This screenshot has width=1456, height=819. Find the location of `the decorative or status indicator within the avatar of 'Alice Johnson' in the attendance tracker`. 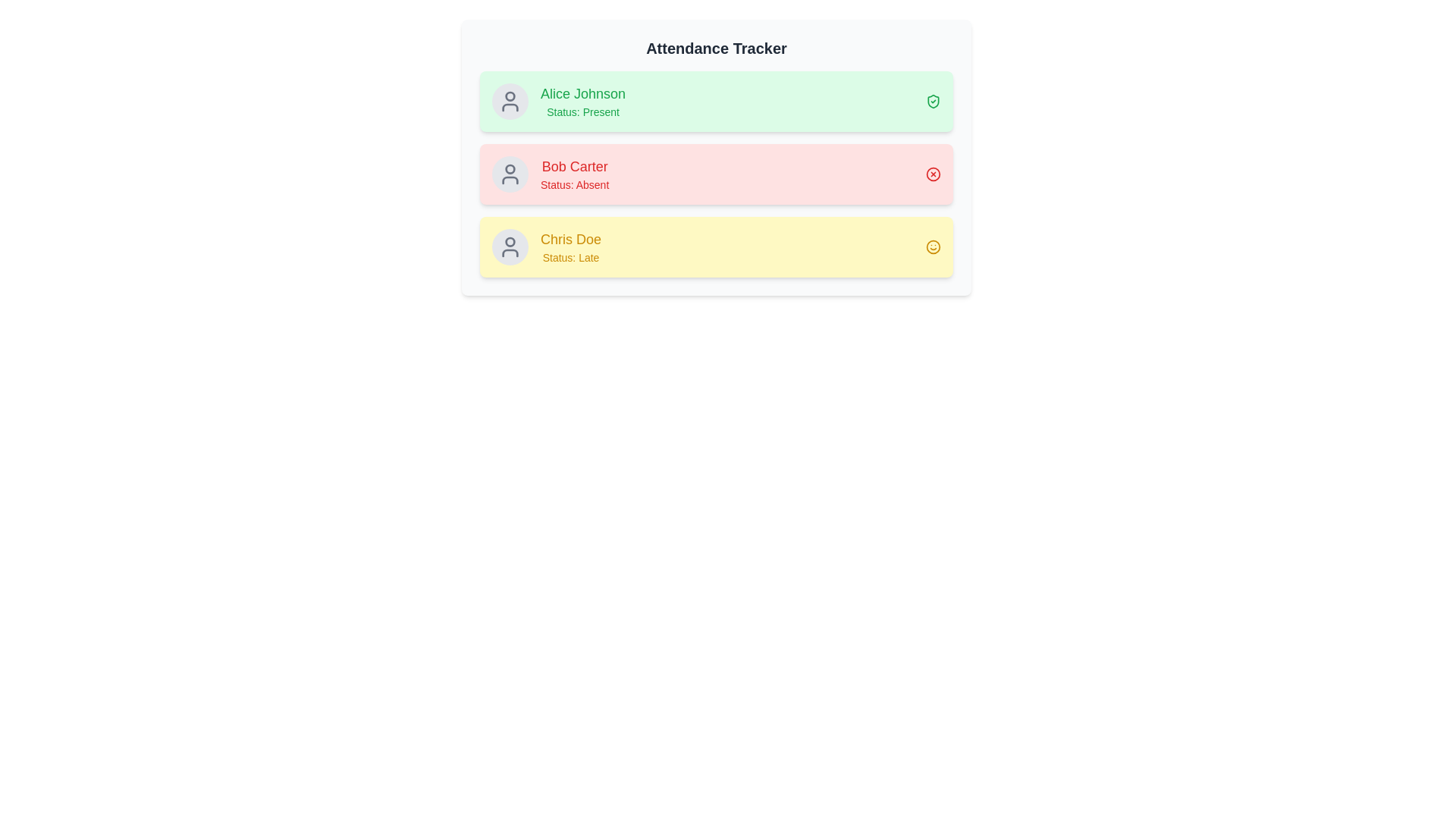

the decorative or status indicator within the avatar of 'Alice Johnson' in the attendance tracker is located at coordinates (510, 96).